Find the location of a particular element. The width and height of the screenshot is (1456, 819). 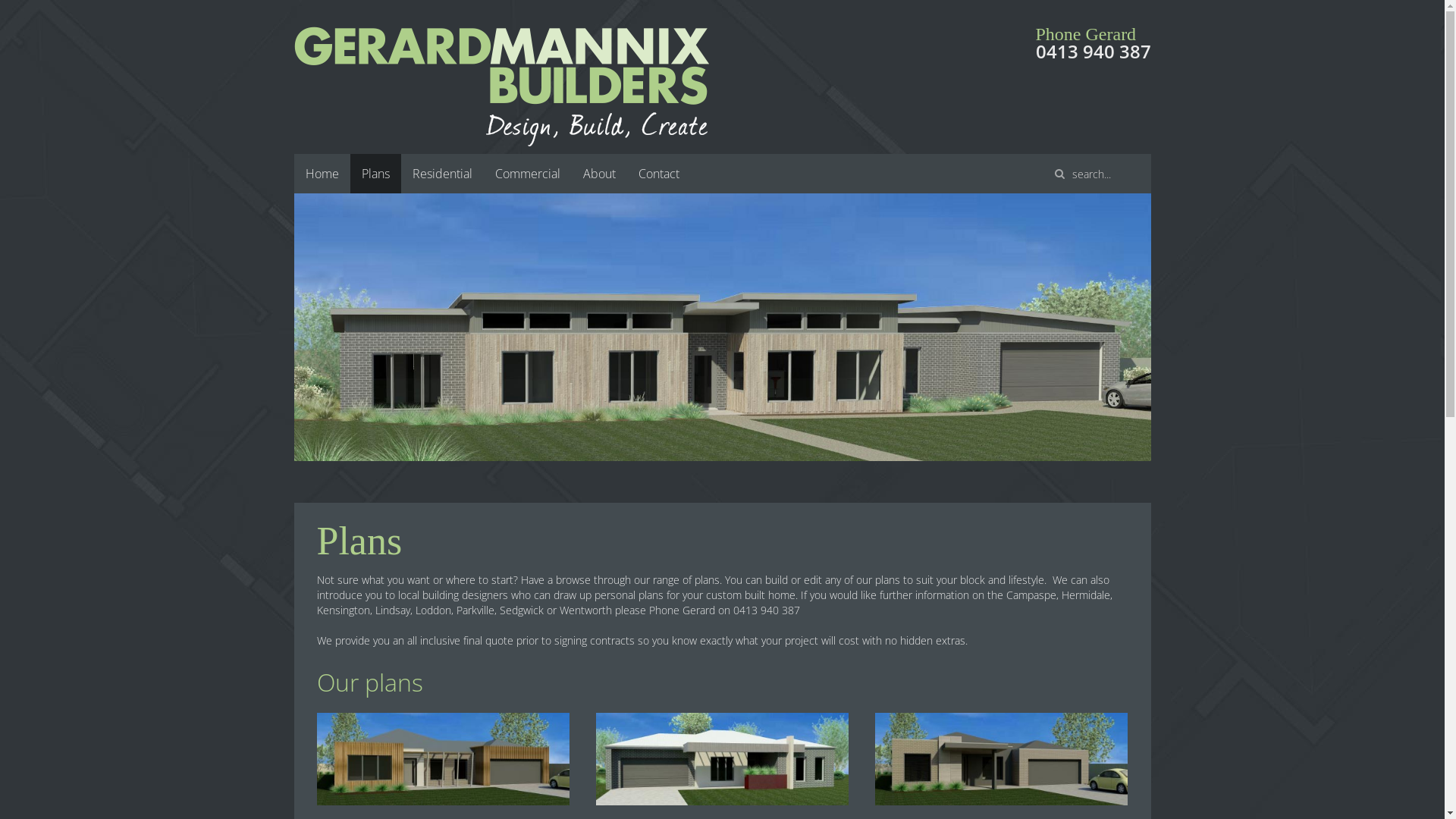

'Plans' is located at coordinates (375, 172).